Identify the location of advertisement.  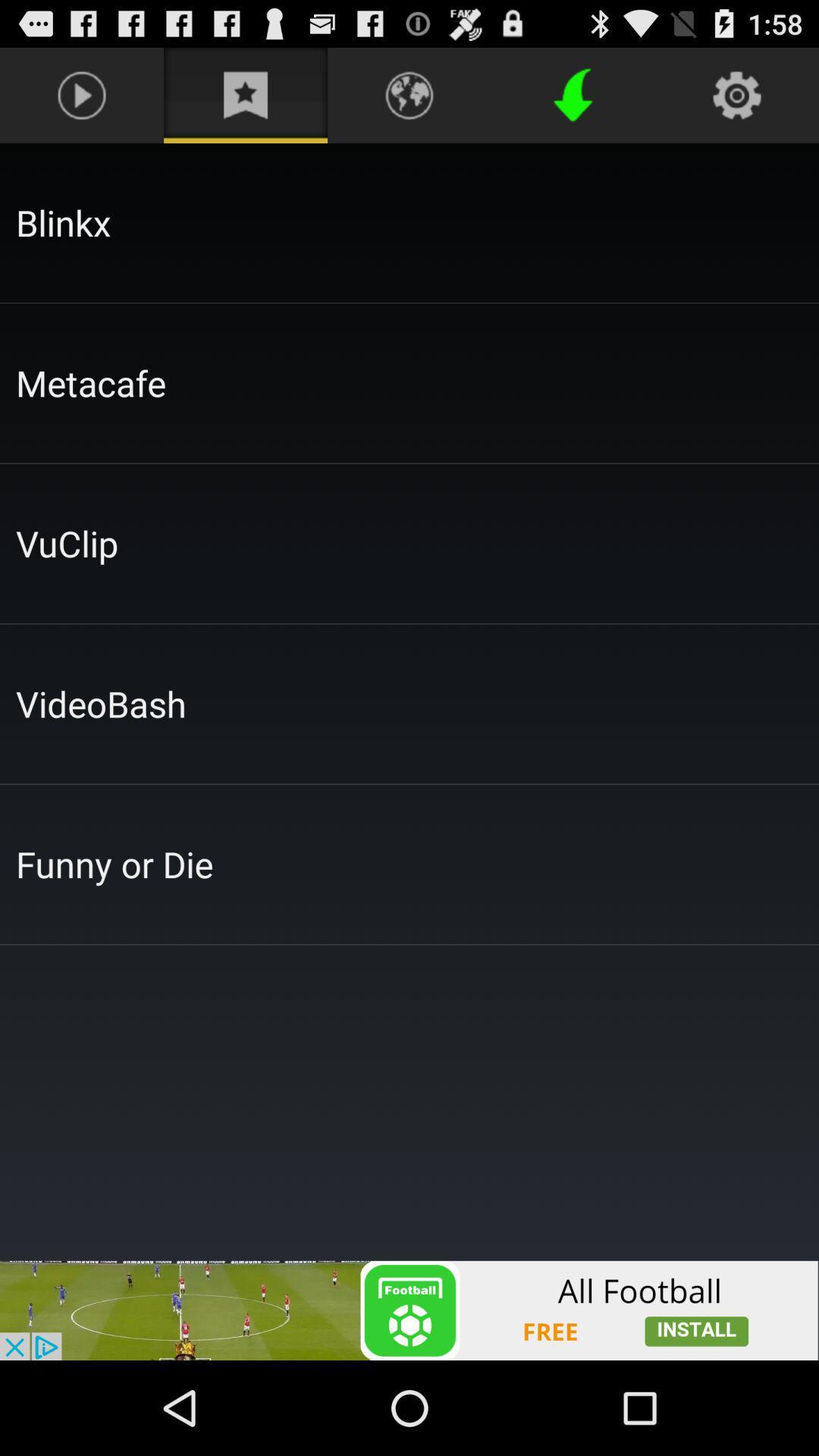
(409, 1310).